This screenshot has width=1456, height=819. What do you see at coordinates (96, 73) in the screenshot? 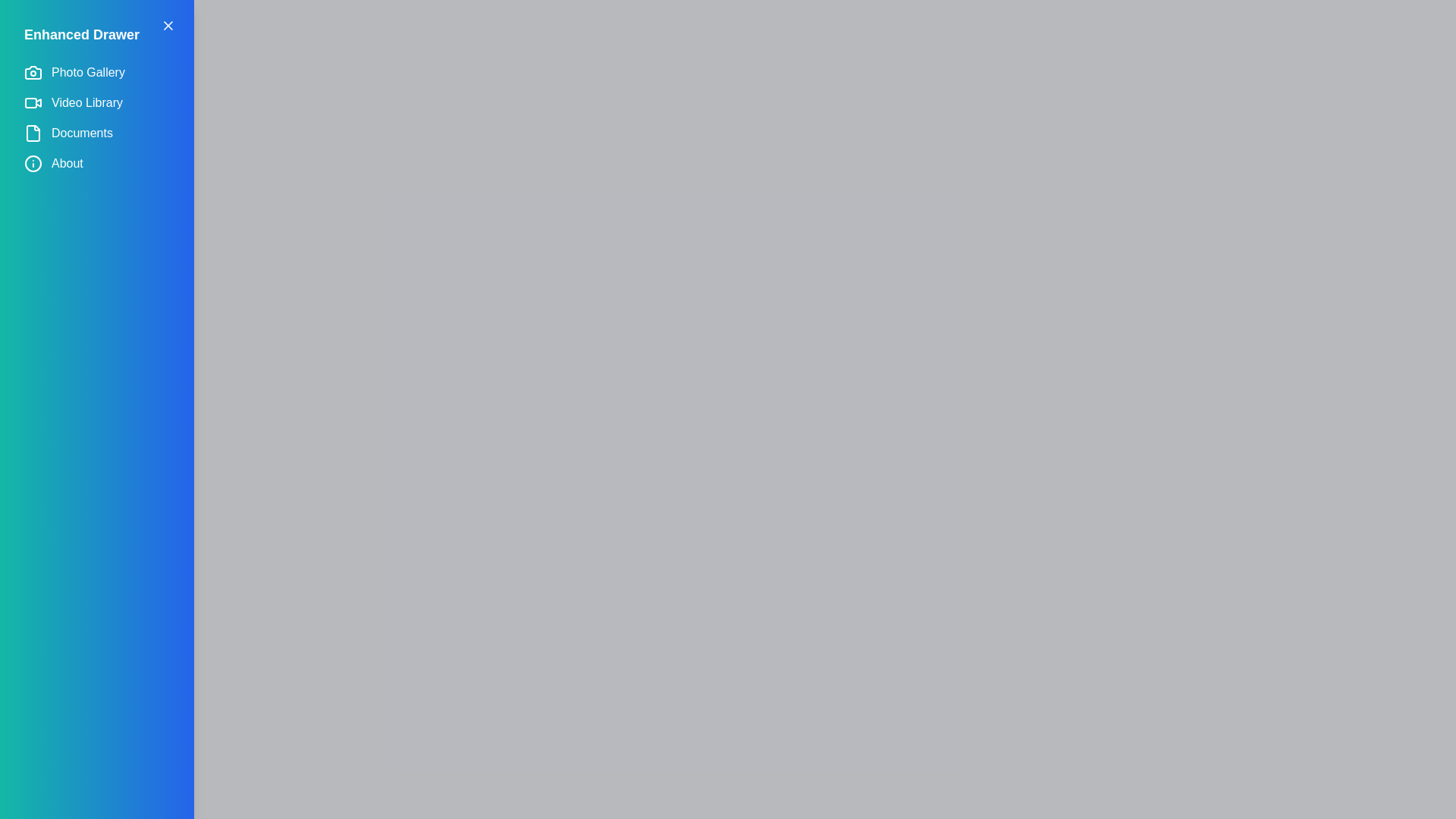
I see `the 'Photo Gallery' menu item, which is the first entry in the sidebar menu, featuring a camera icon and standard font text against a gradient background` at bounding box center [96, 73].